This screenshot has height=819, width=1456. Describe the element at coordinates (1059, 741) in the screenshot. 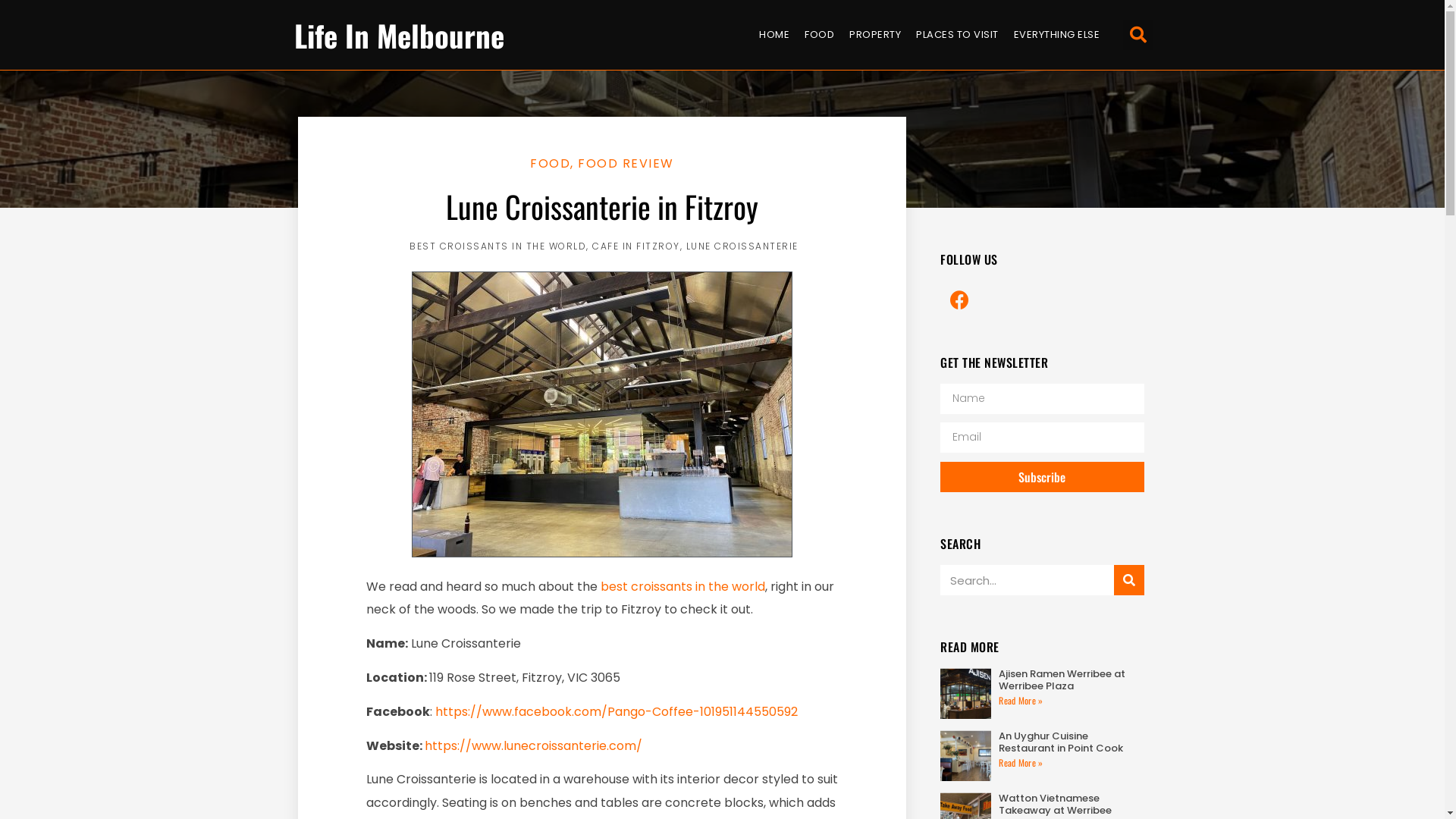

I see `'An Uyghur Cuisine Restaurant in Point Cook'` at that location.